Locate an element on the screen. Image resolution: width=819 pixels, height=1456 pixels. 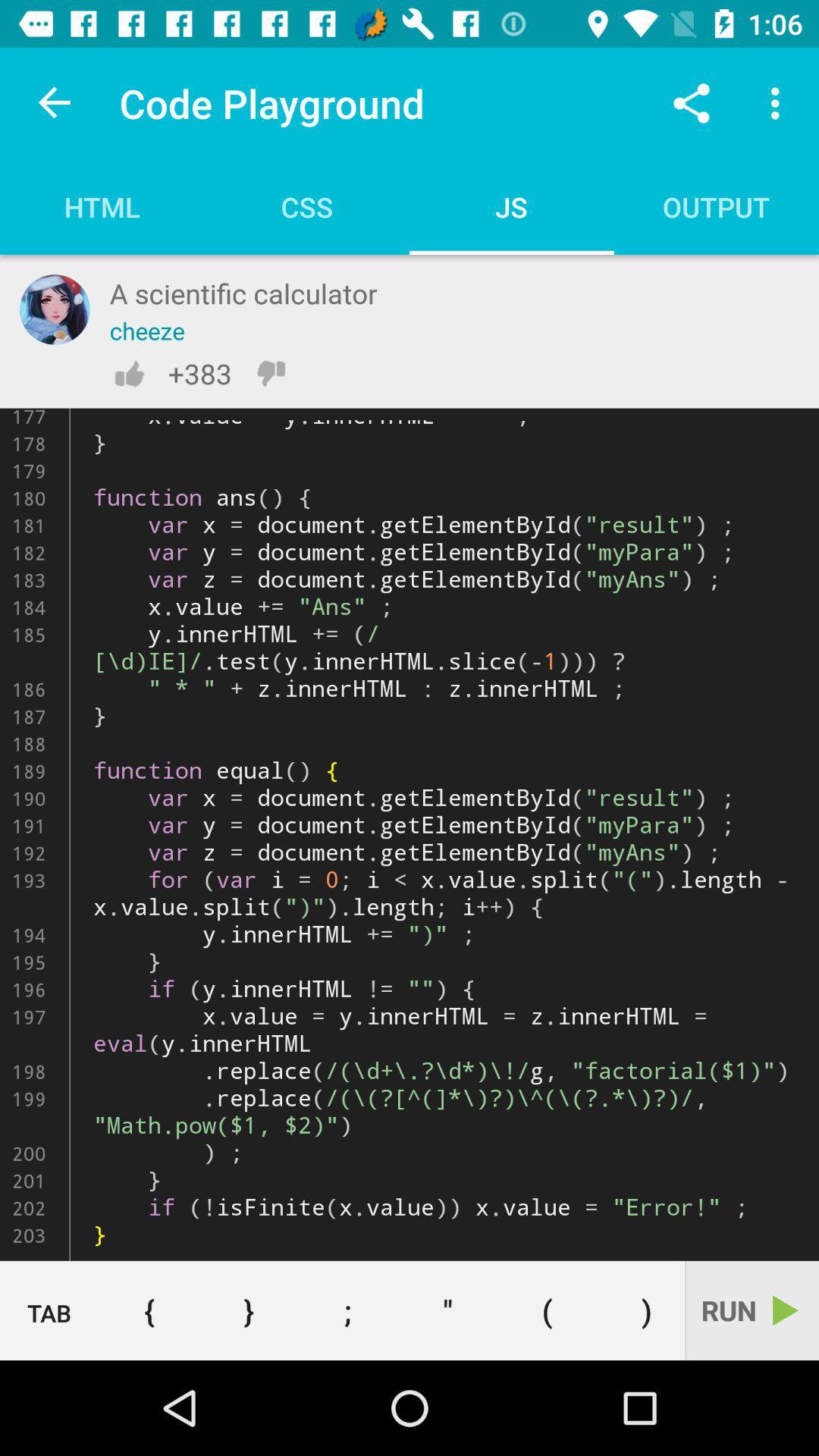
like this code is located at coordinates (128, 373).